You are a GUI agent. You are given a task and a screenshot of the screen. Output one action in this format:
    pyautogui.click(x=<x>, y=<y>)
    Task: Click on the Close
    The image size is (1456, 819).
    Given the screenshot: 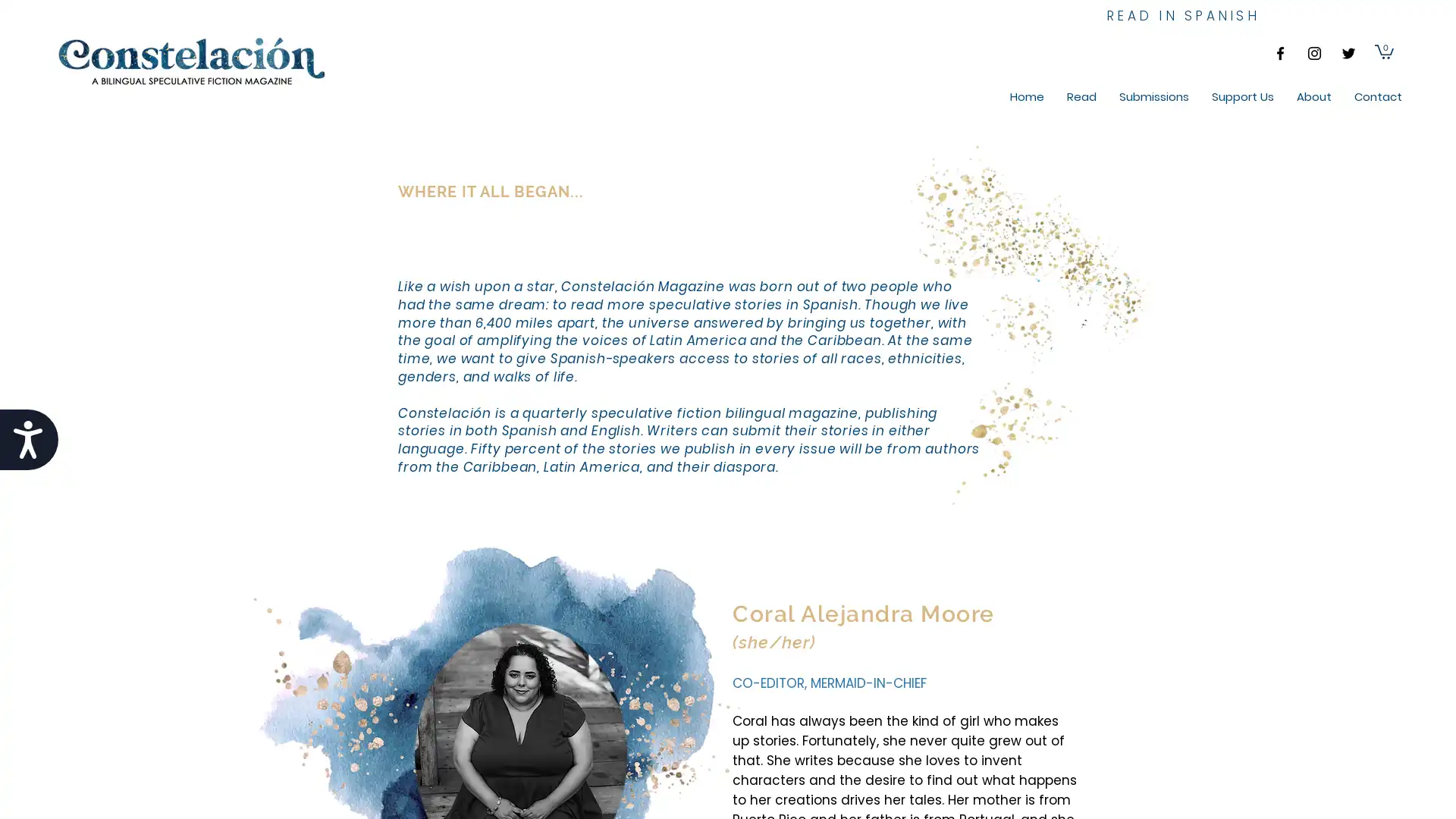 What is the action you would take?
    pyautogui.click(x=1437, y=792)
    